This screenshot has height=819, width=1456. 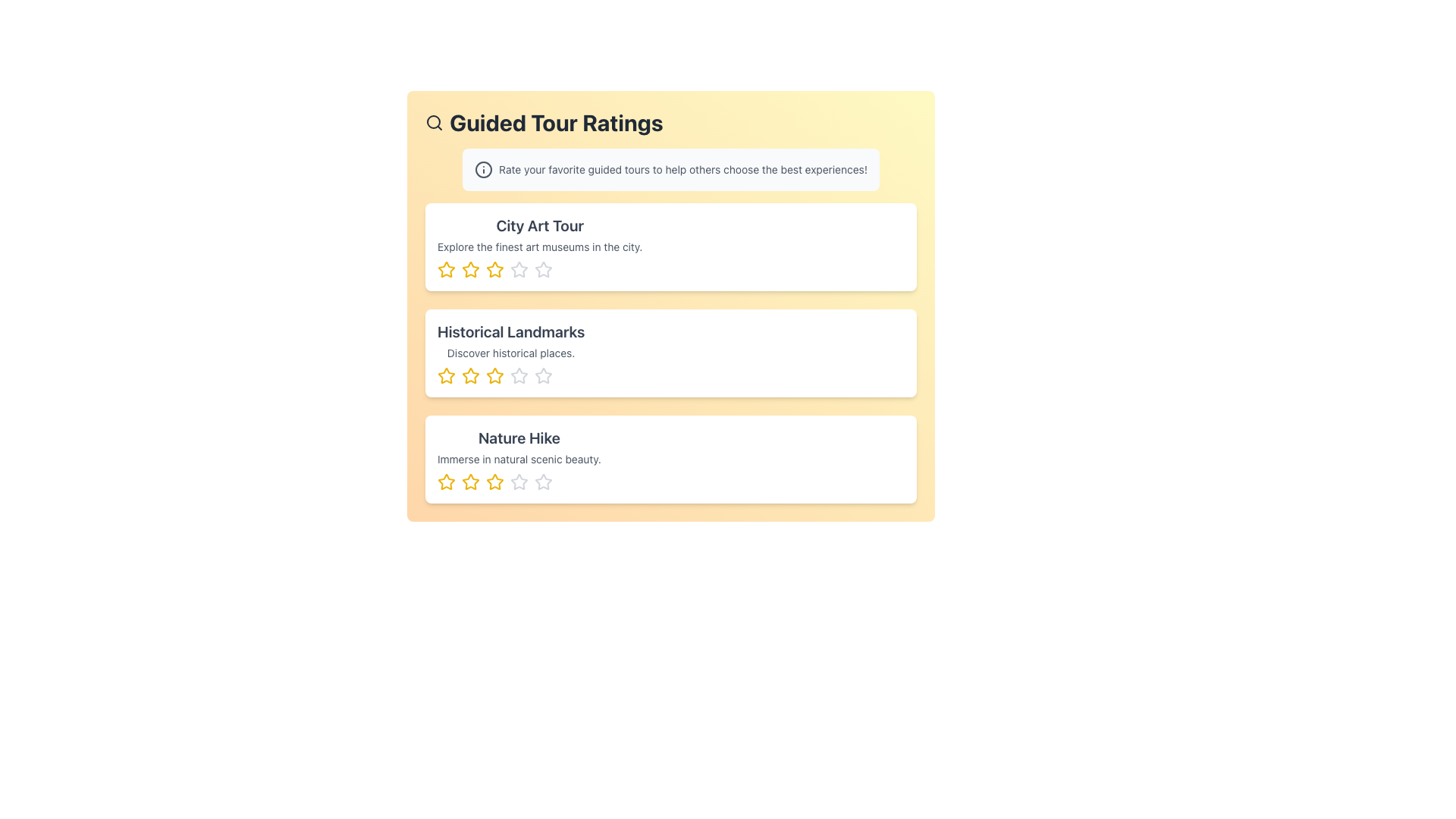 I want to click on the text label displaying 'Discover historical places.' located below the 'Historical Landmarks' heading and above the star rating icons, so click(x=511, y=353).